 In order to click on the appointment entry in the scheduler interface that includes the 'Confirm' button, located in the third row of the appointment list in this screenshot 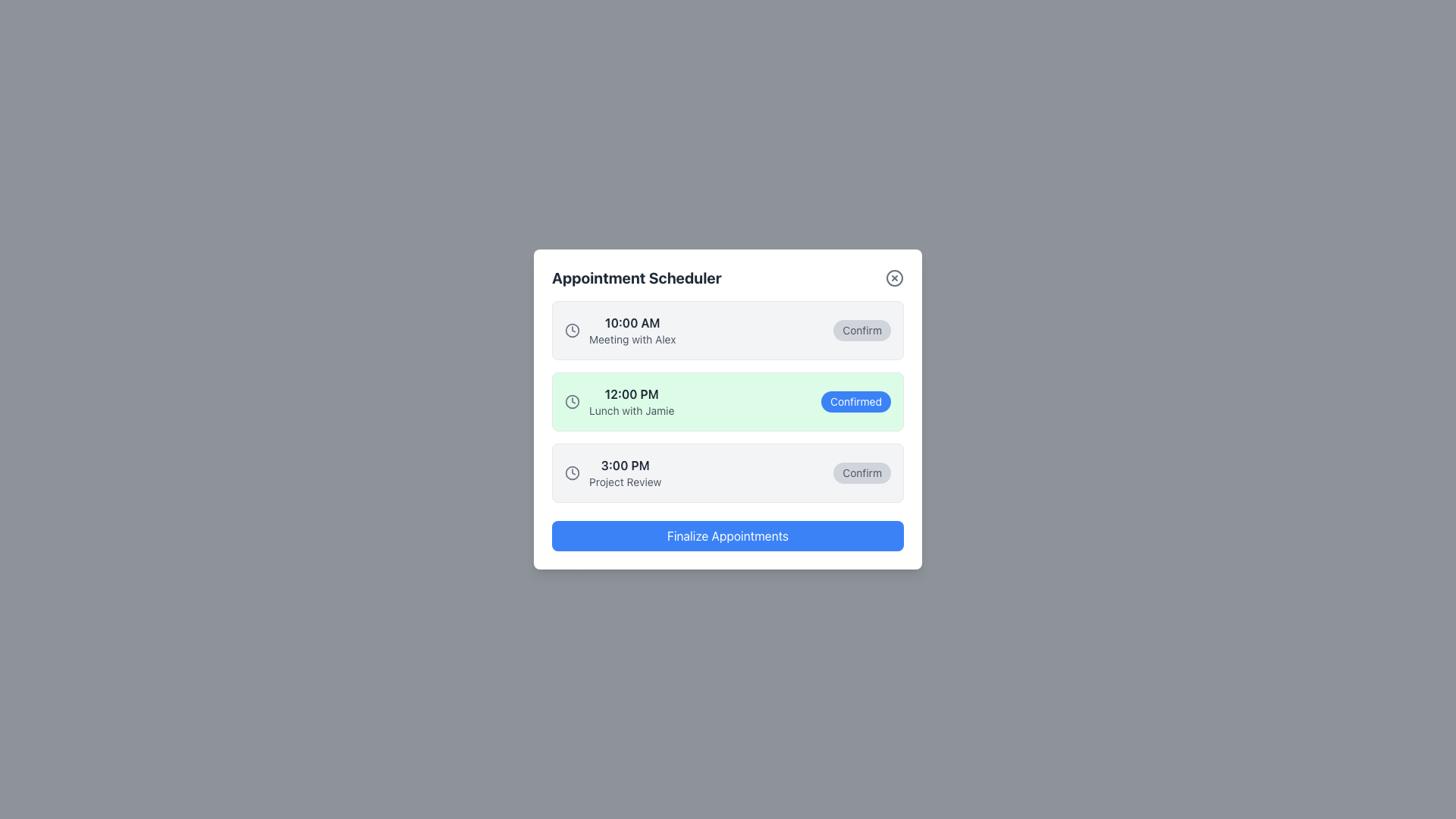, I will do `click(728, 472)`.